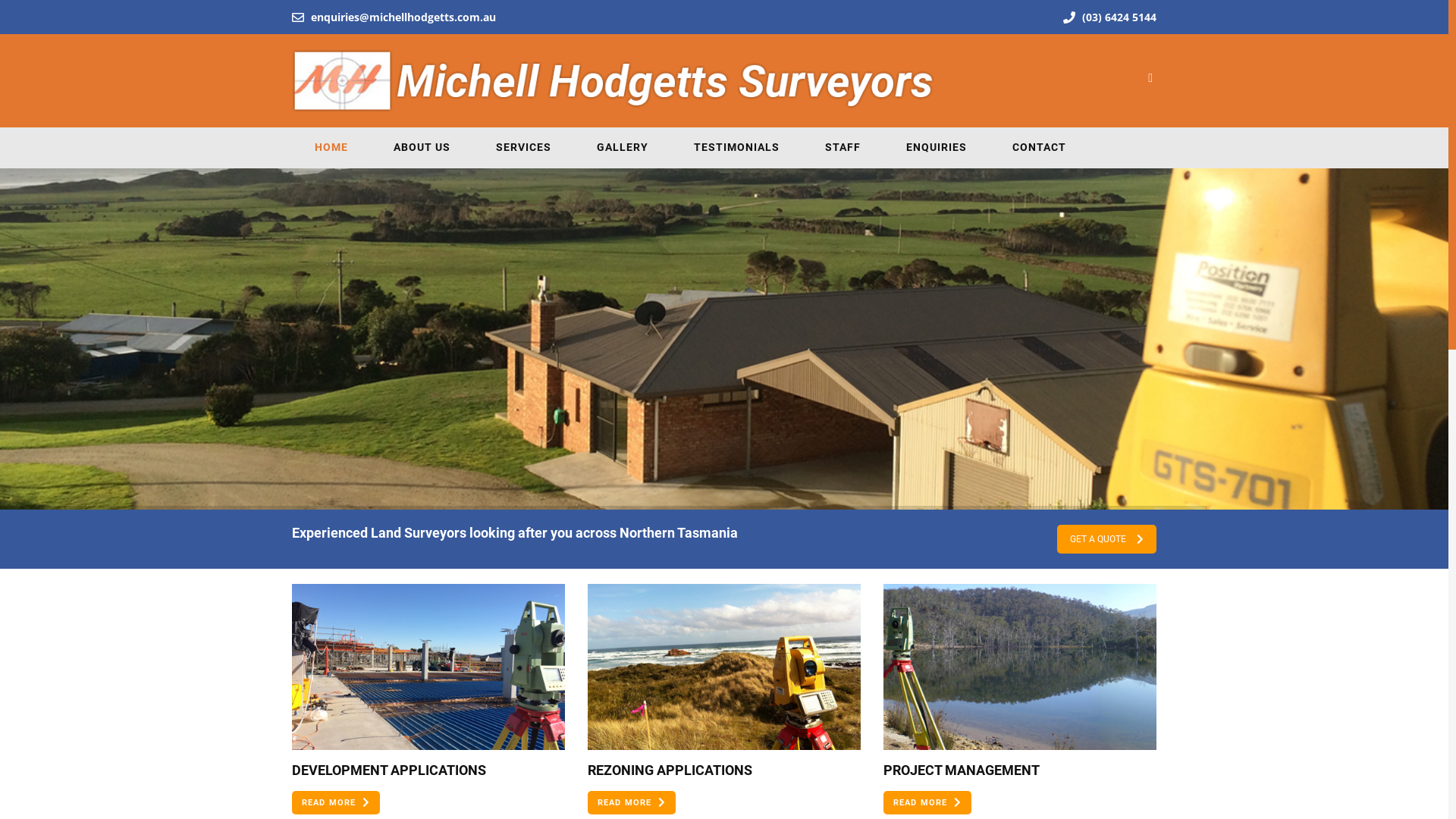 The image size is (1456, 819). I want to click on 'SERVICES', so click(472, 147).